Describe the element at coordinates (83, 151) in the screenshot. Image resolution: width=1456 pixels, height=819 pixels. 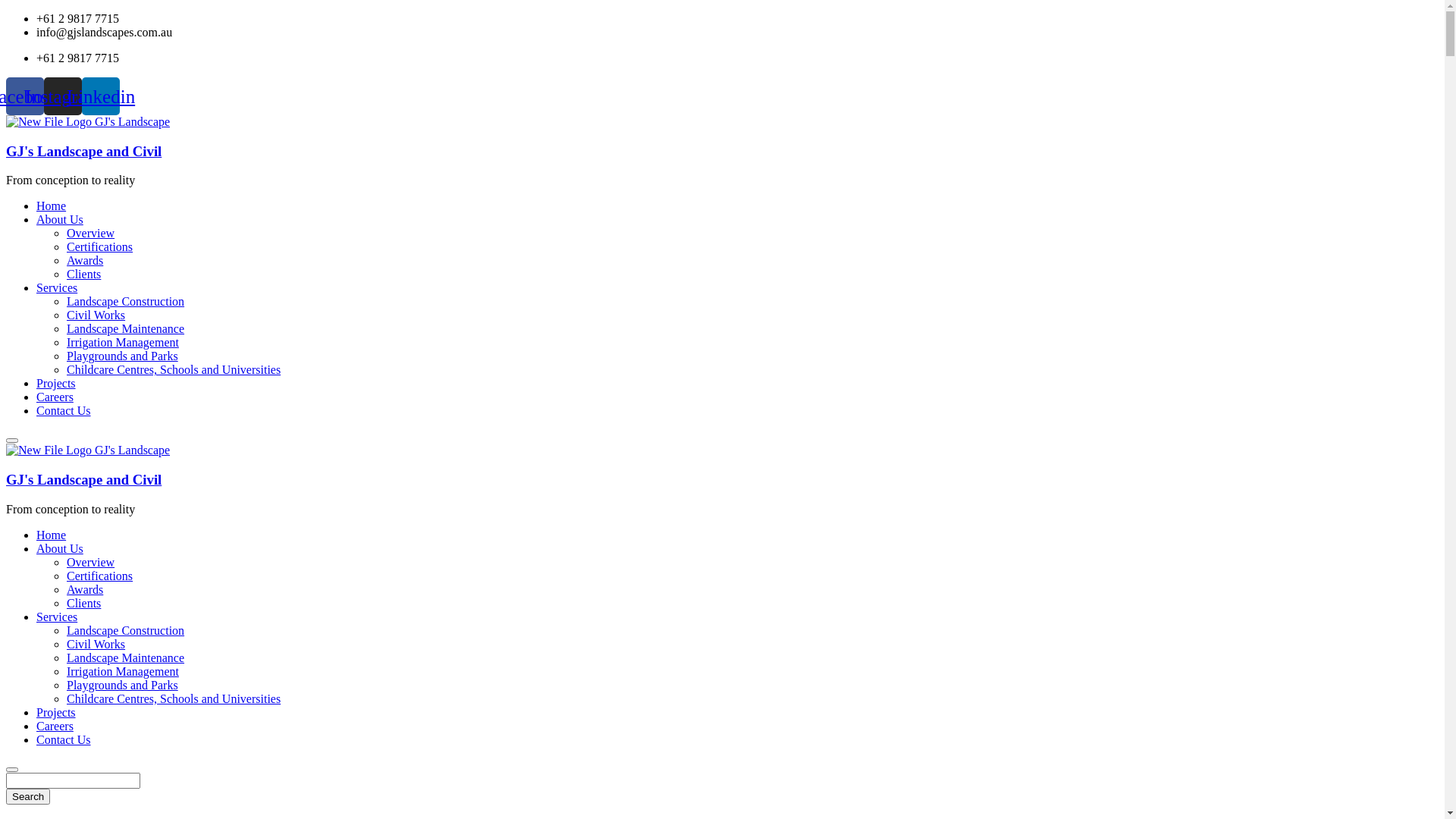
I see `'GJ's Landscape and Civil'` at that location.